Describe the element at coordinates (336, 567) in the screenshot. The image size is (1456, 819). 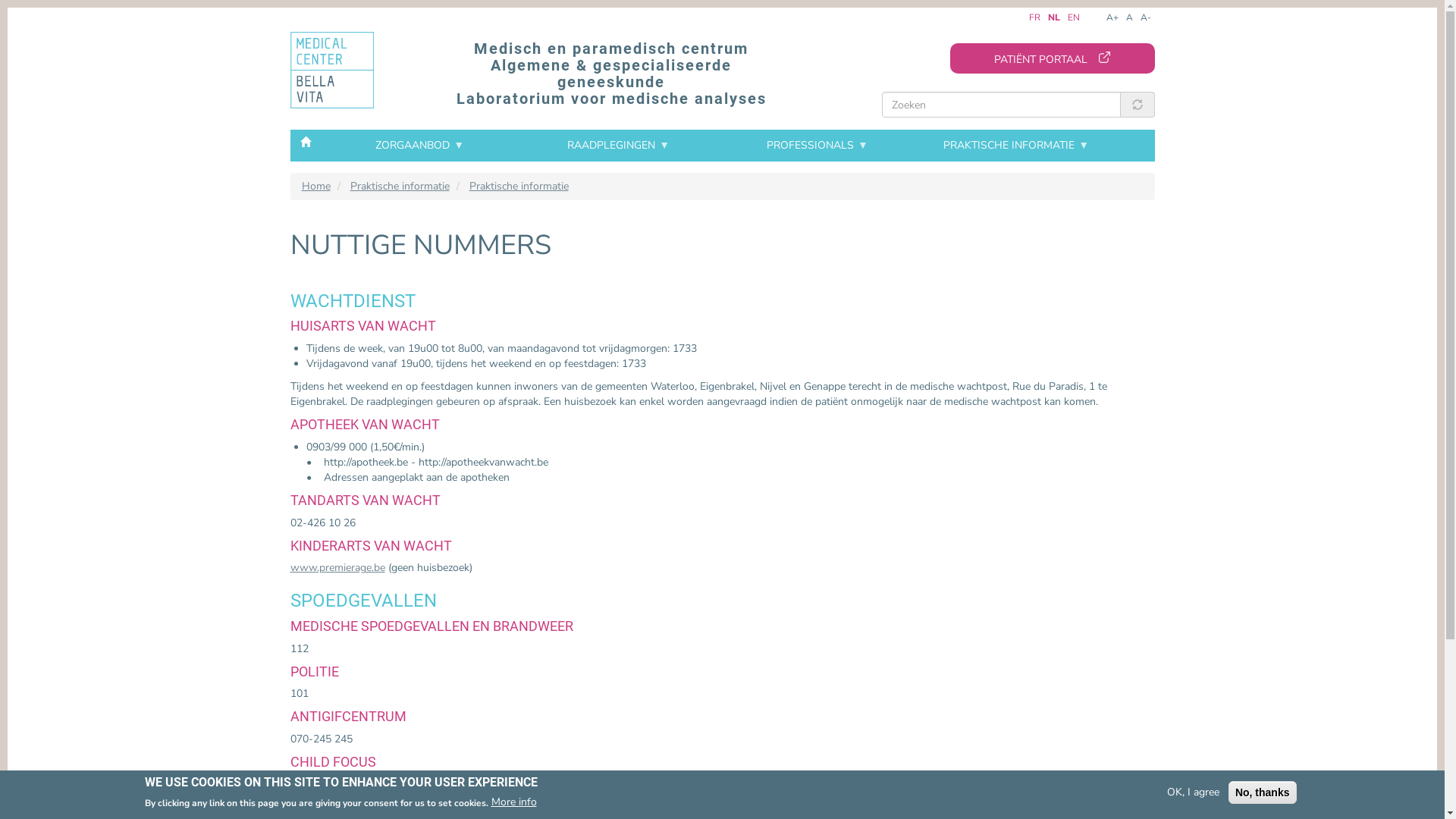
I see `'www.premierage.be'` at that location.